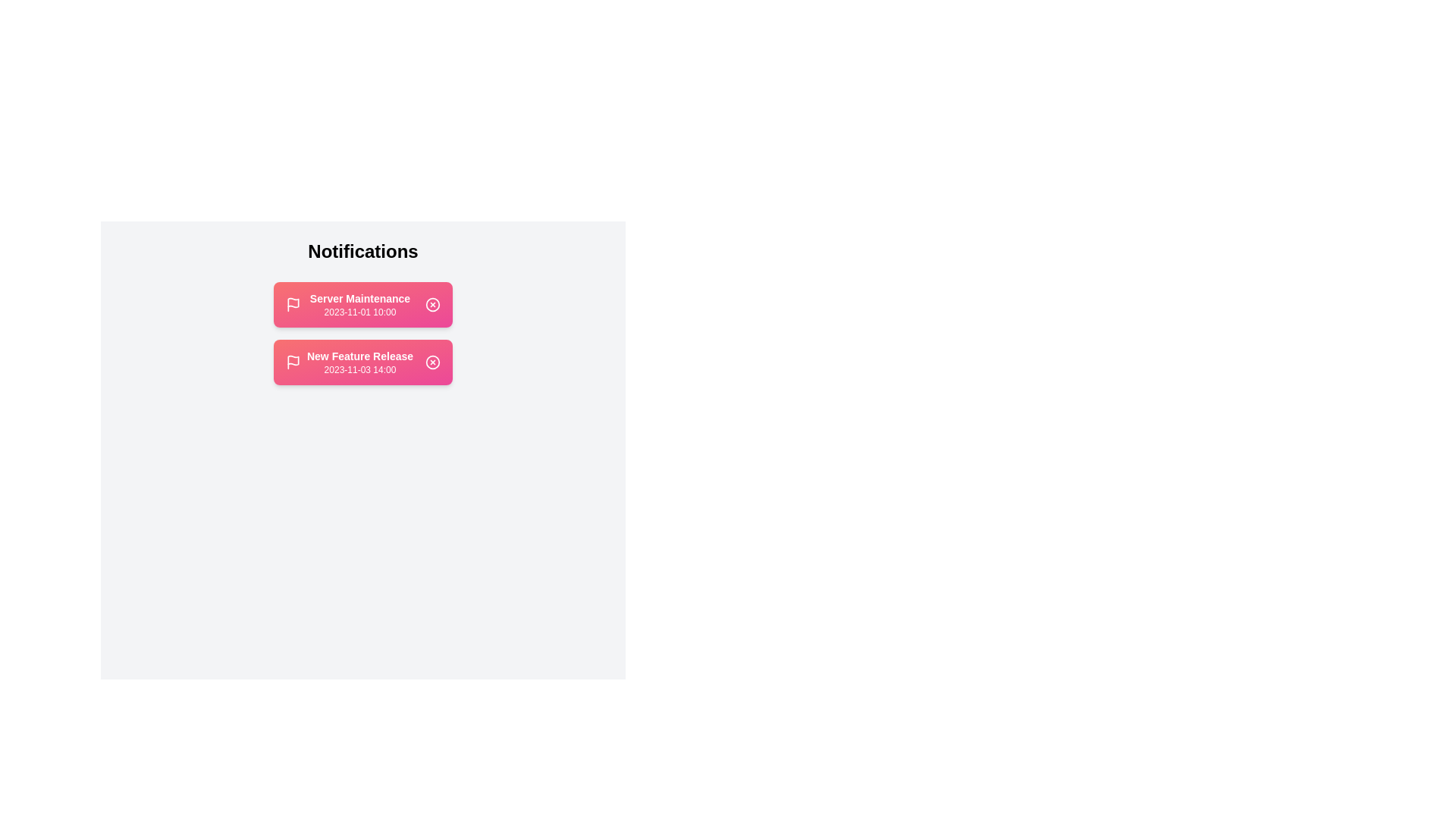 The height and width of the screenshot is (819, 1456). Describe the element at coordinates (432, 304) in the screenshot. I see `remove button for the notification titled 'Server Maintenance'` at that location.